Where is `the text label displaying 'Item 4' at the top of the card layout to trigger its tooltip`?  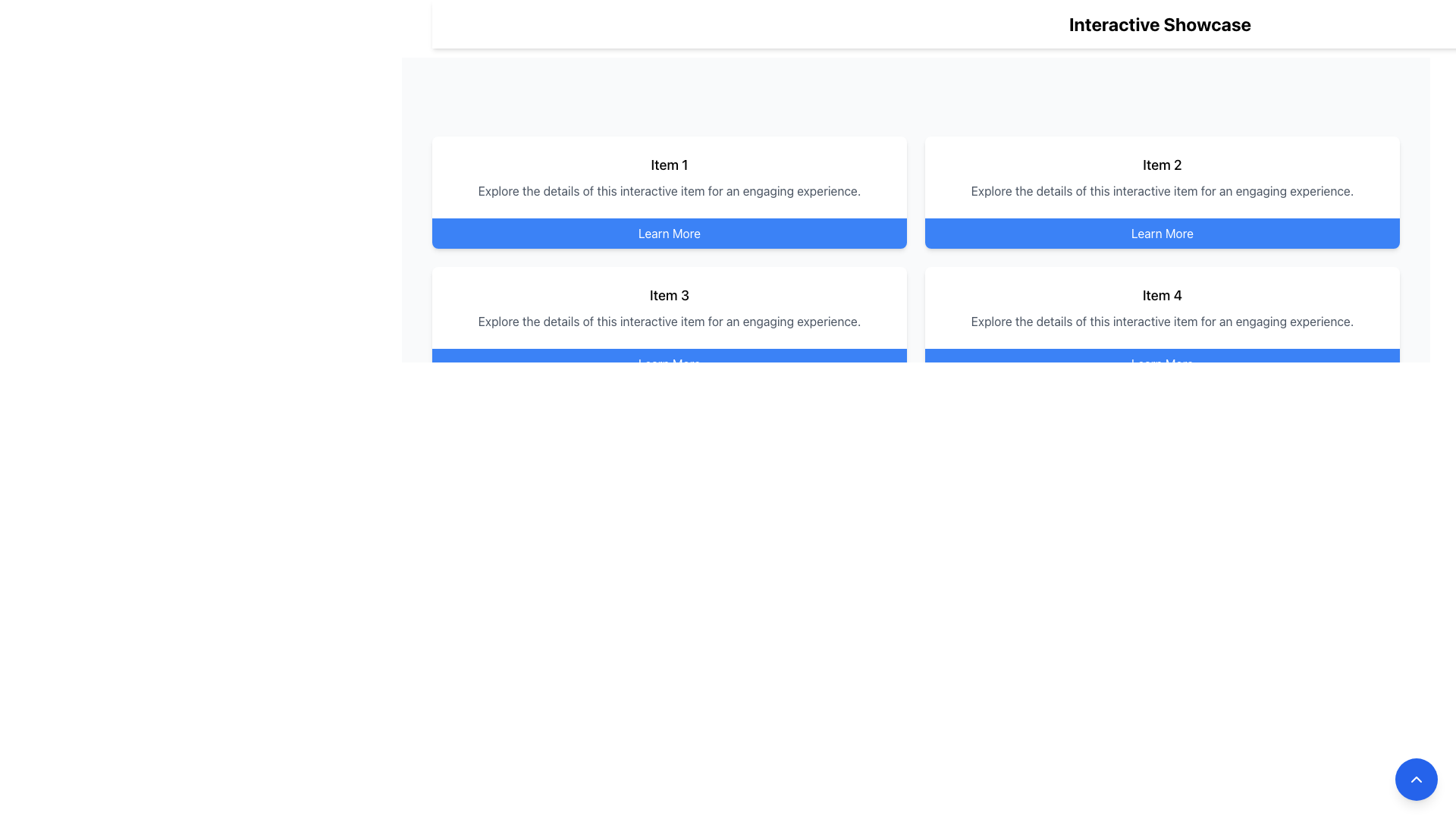 the text label displaying 'Item 4' at the top of the card layout to trigger its tooltip is located at coordinates (1161, 295).